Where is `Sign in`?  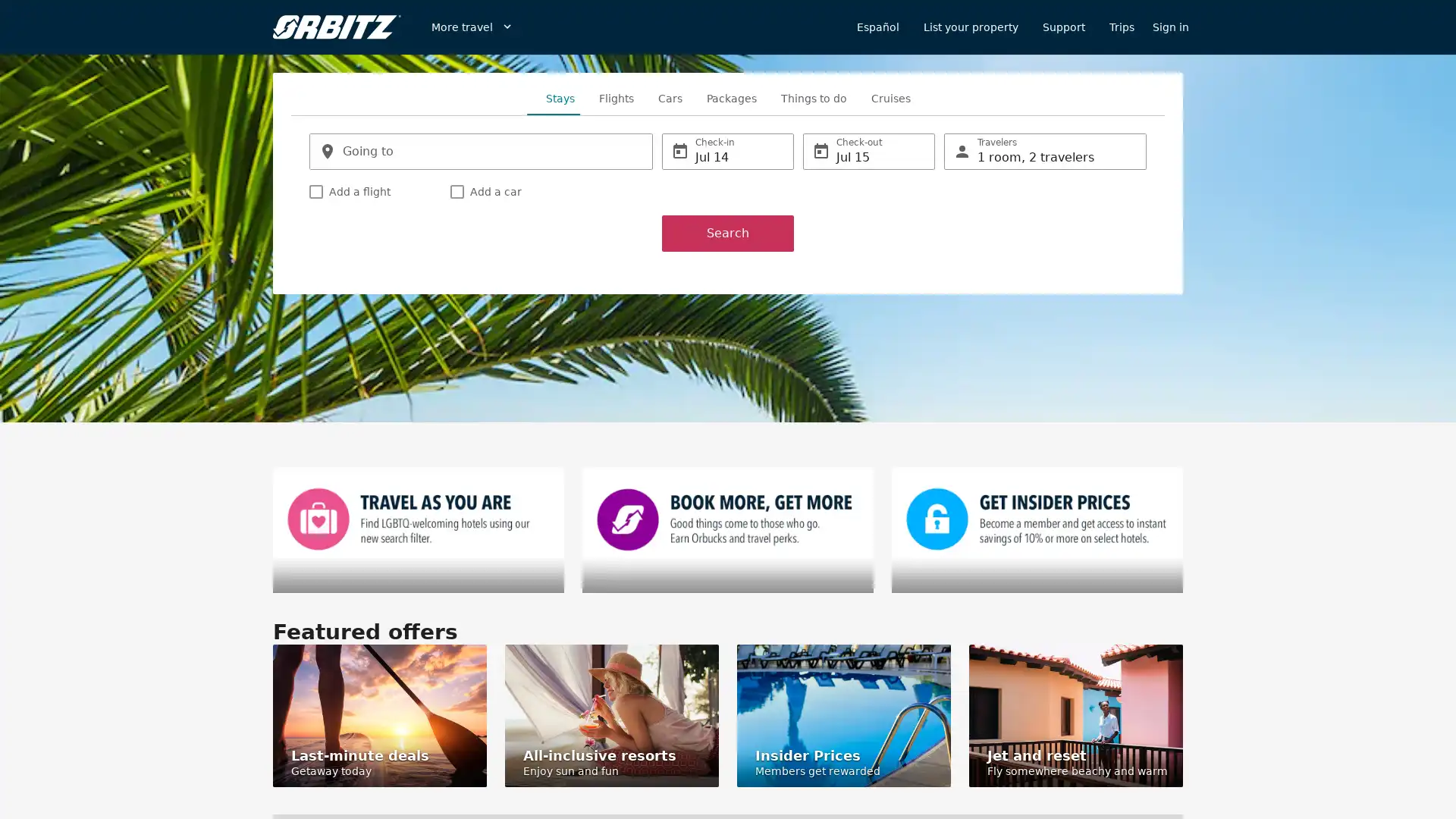 Sign in is located at coordinates (1170, 27).